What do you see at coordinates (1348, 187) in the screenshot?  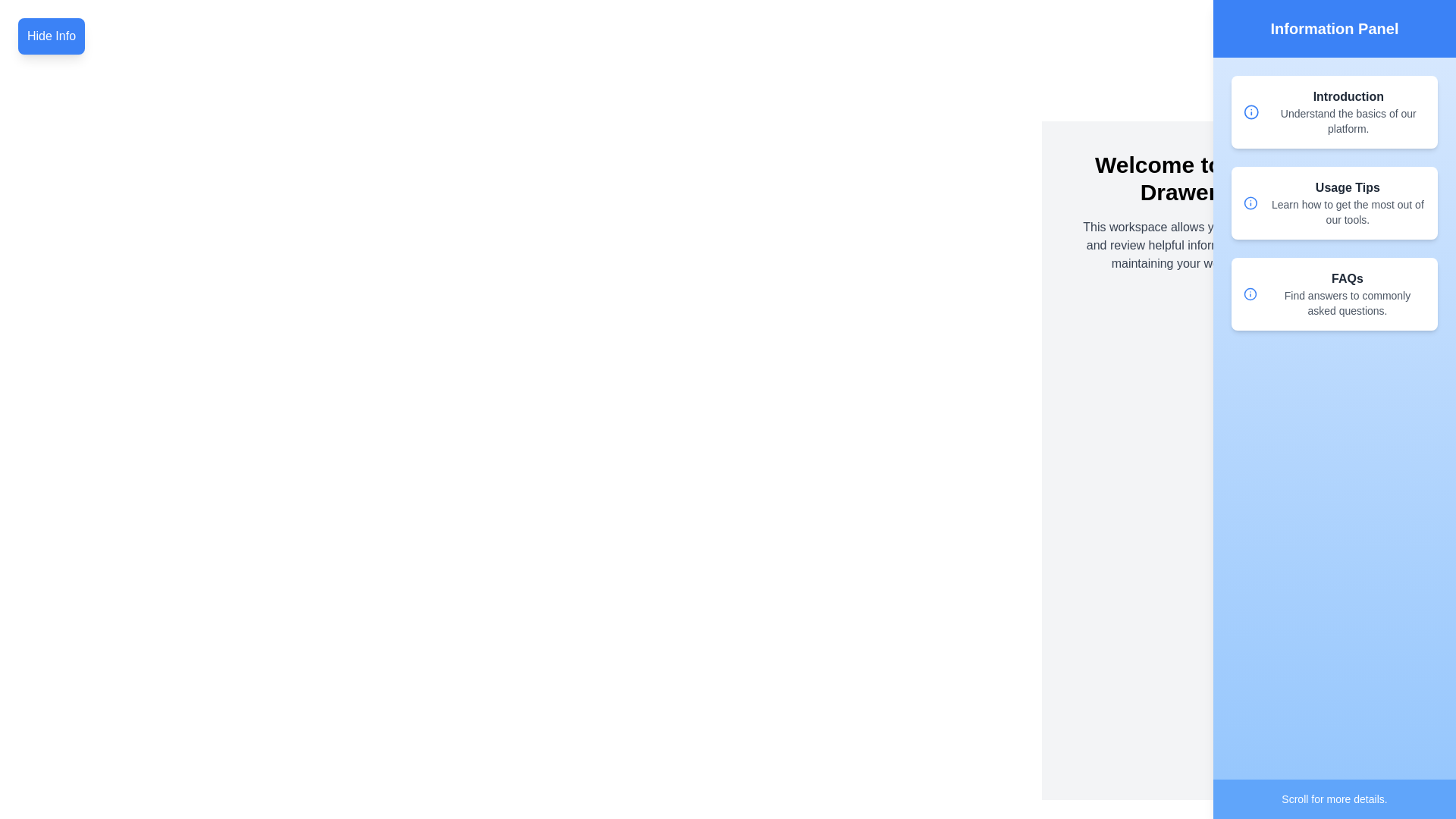 I see `the bold text label 'Usage Tips' located at the top of the text section within the highlighted card in the right-side 'Information Panel'` at bounding box center [1348, 187].